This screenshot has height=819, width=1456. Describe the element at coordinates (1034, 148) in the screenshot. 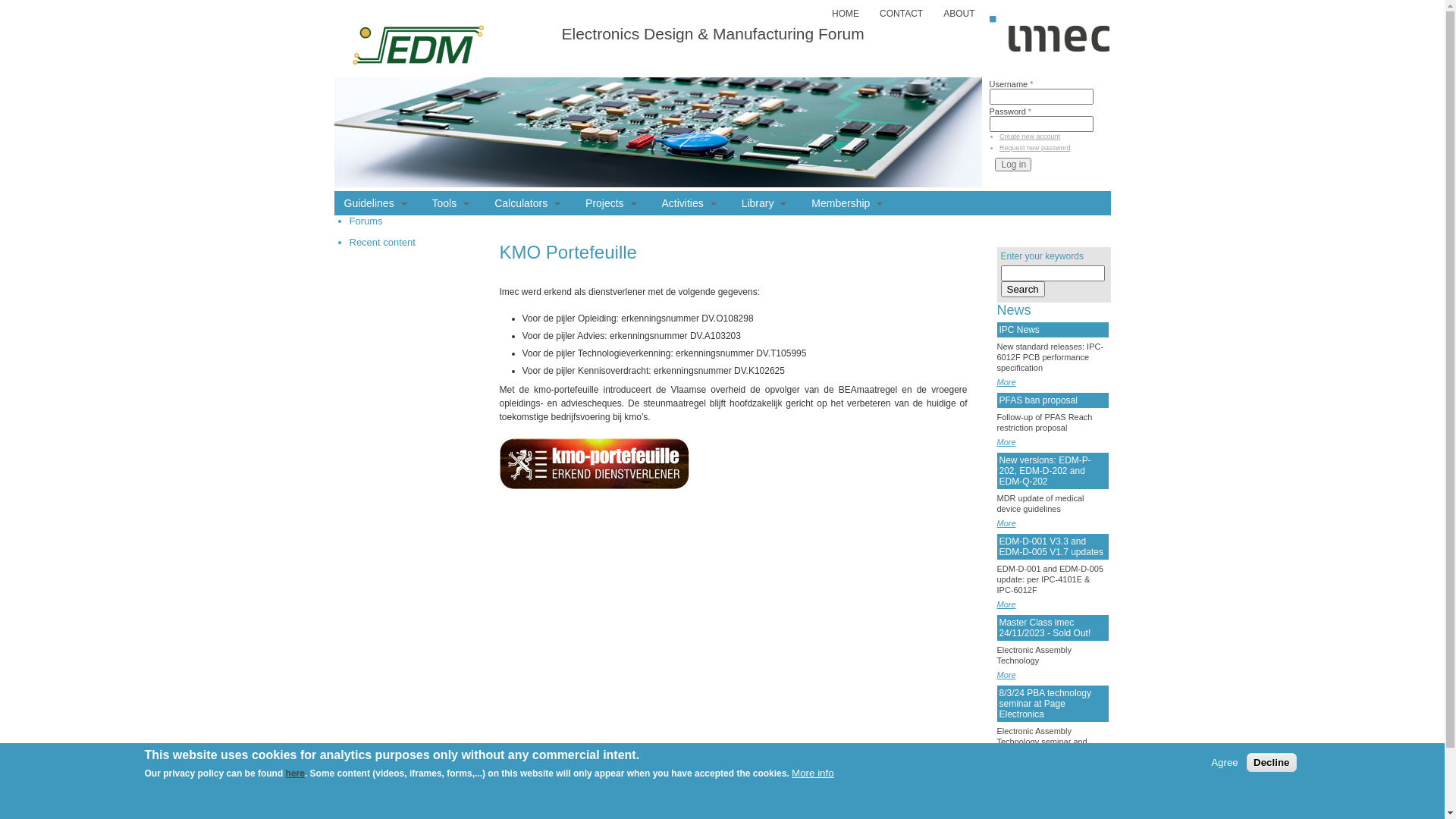

I see `'Request new password'` at that location.